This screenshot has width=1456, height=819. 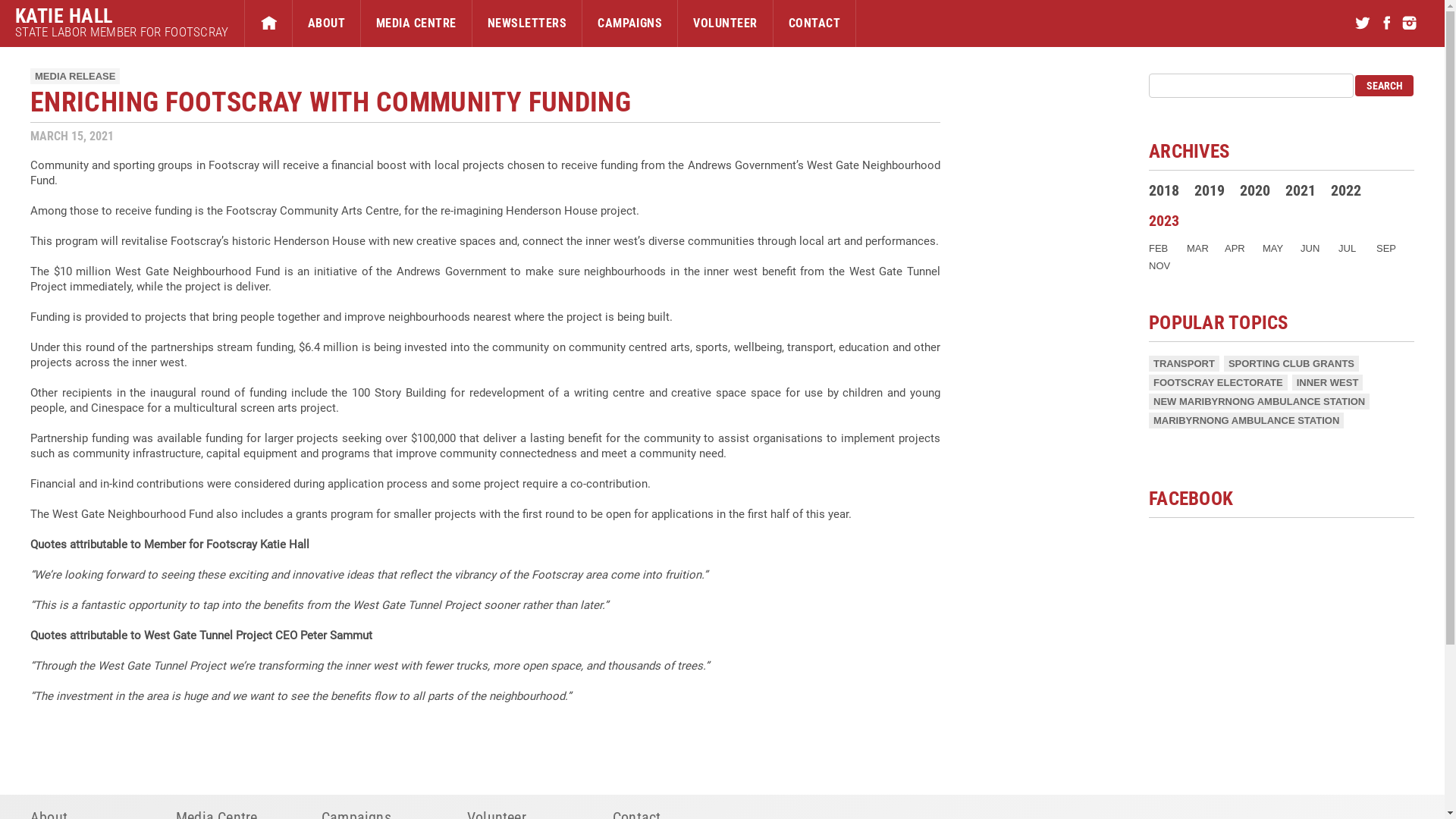 I want to click on 'HOME', so click(x=244, y=23).